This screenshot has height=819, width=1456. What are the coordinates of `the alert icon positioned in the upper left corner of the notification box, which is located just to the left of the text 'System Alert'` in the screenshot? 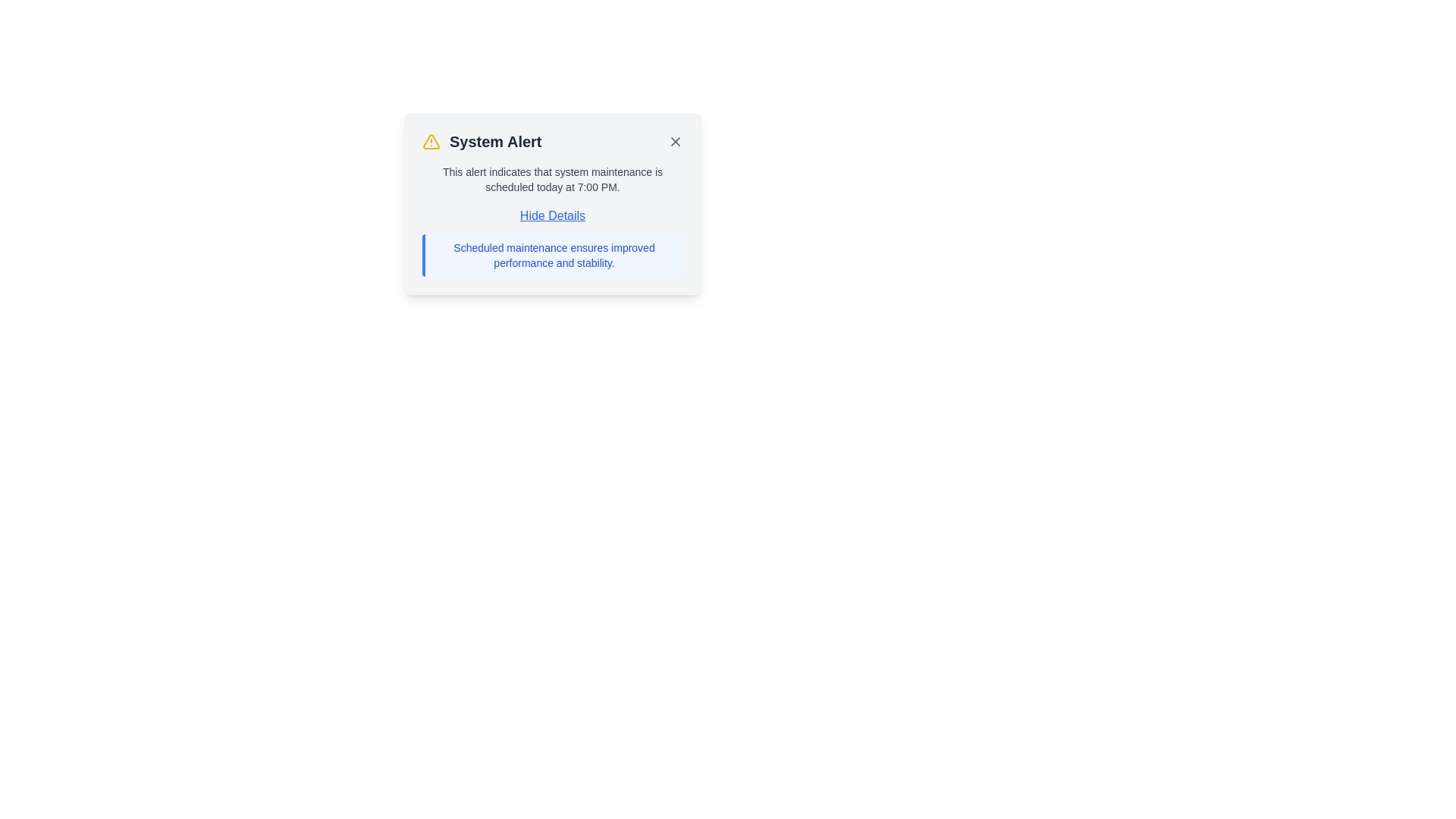 It's located at (430, 141).